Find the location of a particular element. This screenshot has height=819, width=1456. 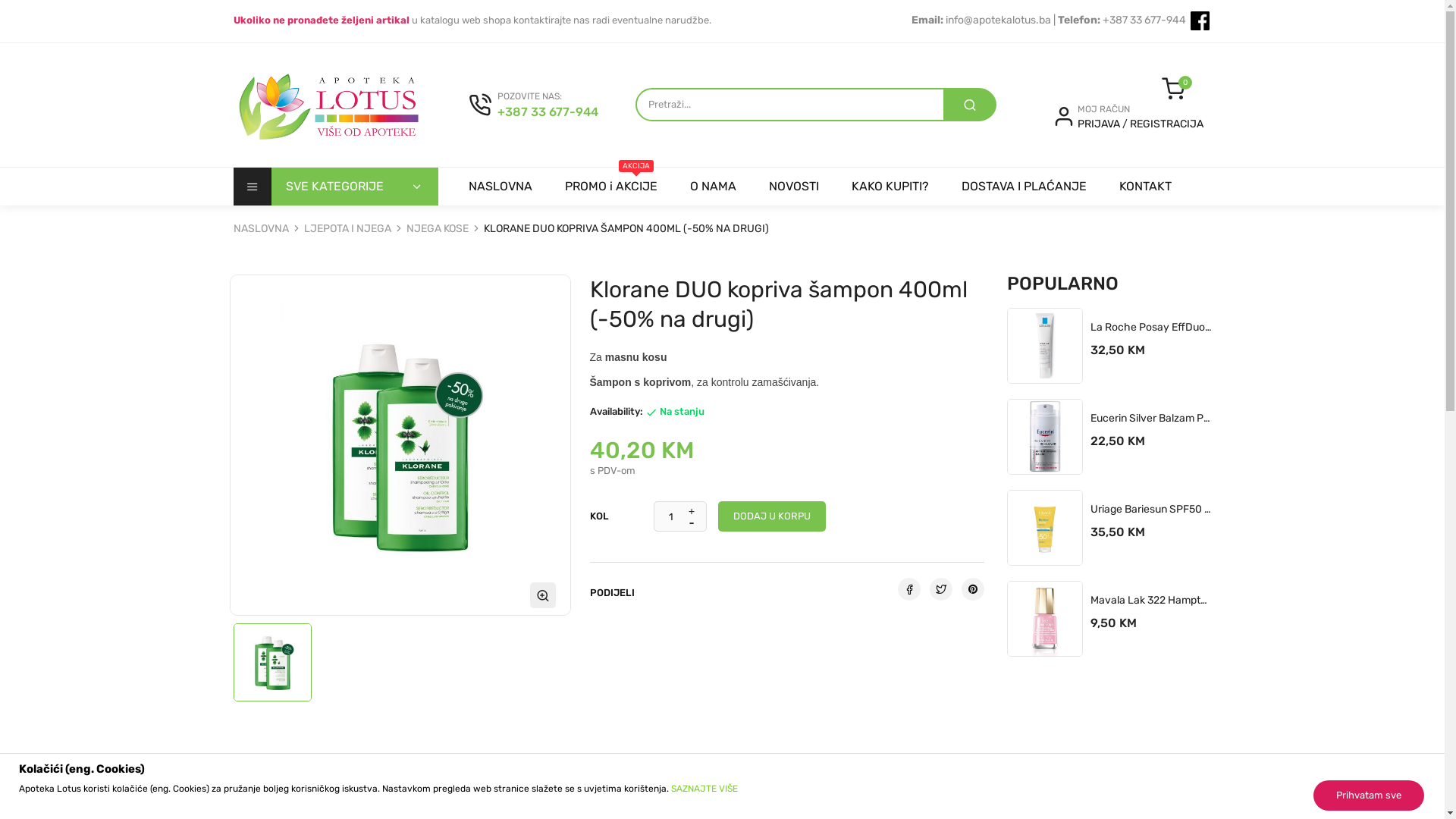

'NJEGA KOSE' is located at coordinates (438, 228).